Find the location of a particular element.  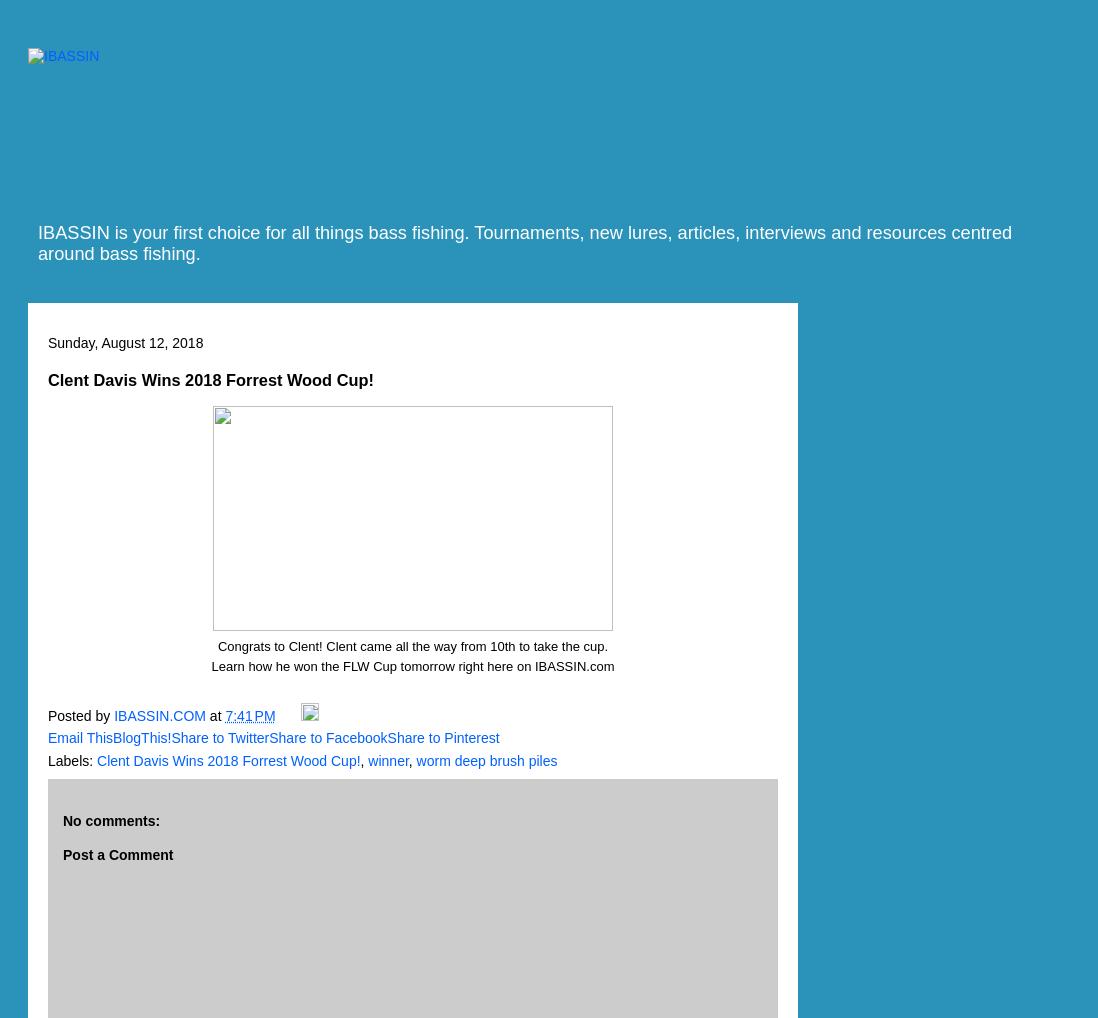

'Share to Twitter' is located at coordinates (219, 737).